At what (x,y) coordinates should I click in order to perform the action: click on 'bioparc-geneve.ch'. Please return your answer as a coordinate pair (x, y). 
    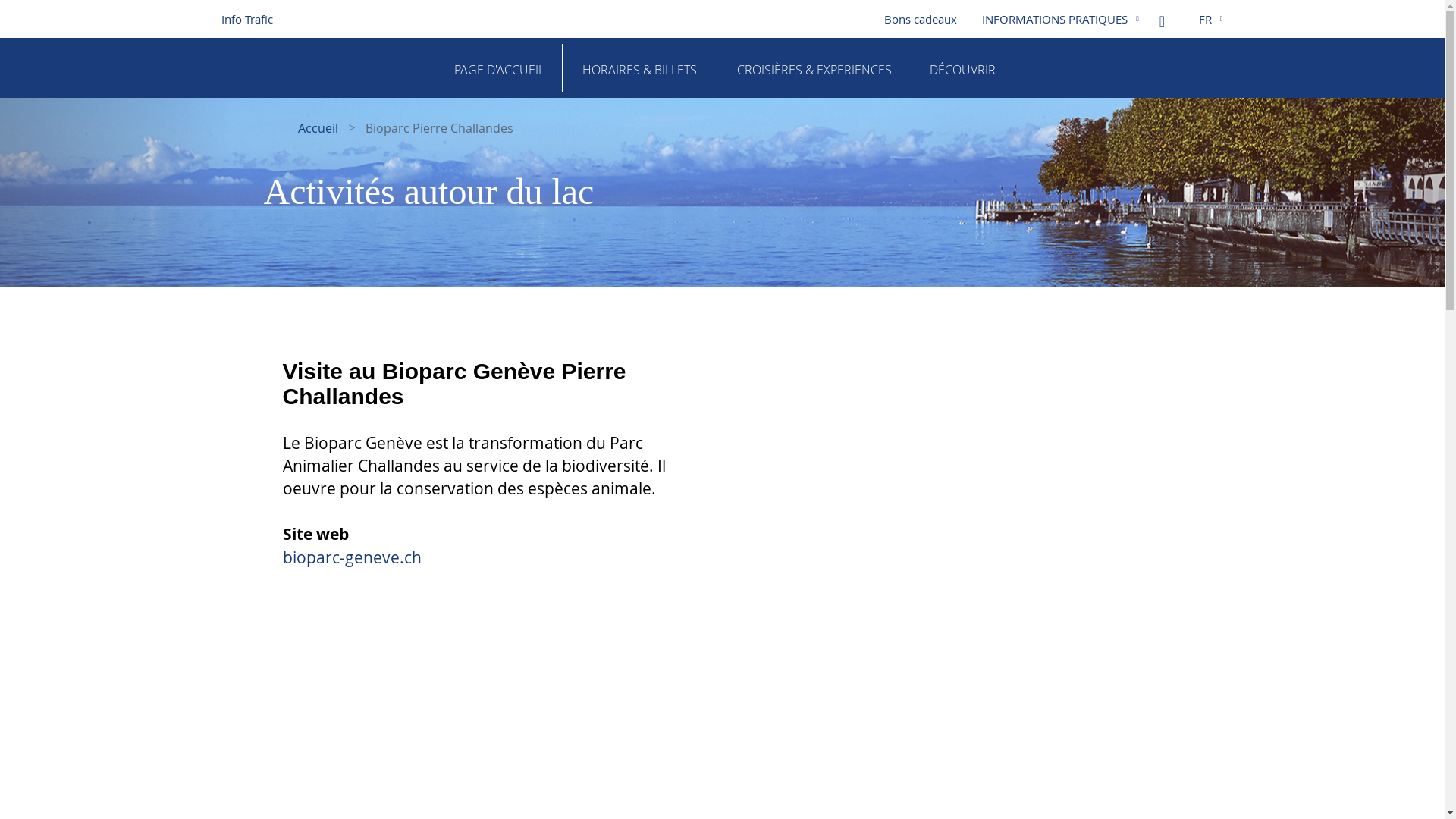
    Looking at the image, I should click on (350, 557).